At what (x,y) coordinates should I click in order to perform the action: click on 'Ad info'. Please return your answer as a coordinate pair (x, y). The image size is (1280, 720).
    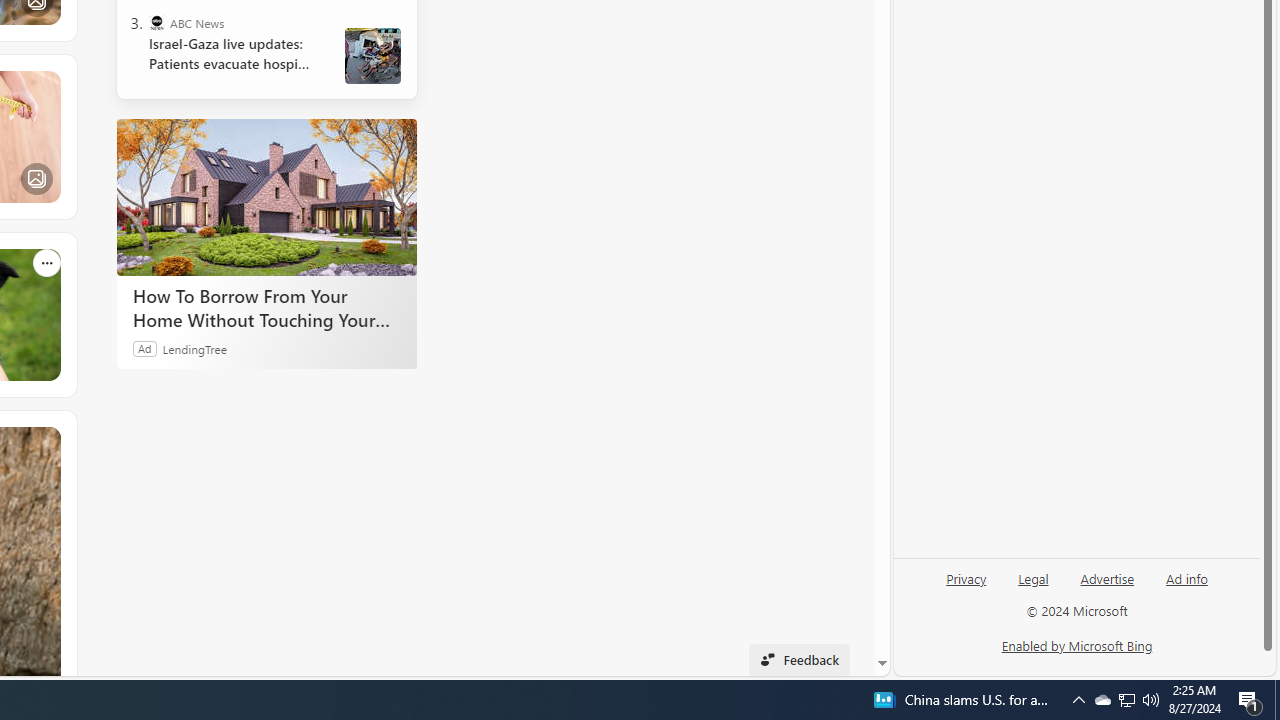
    Looking at the image, I should click on (1187, 577).